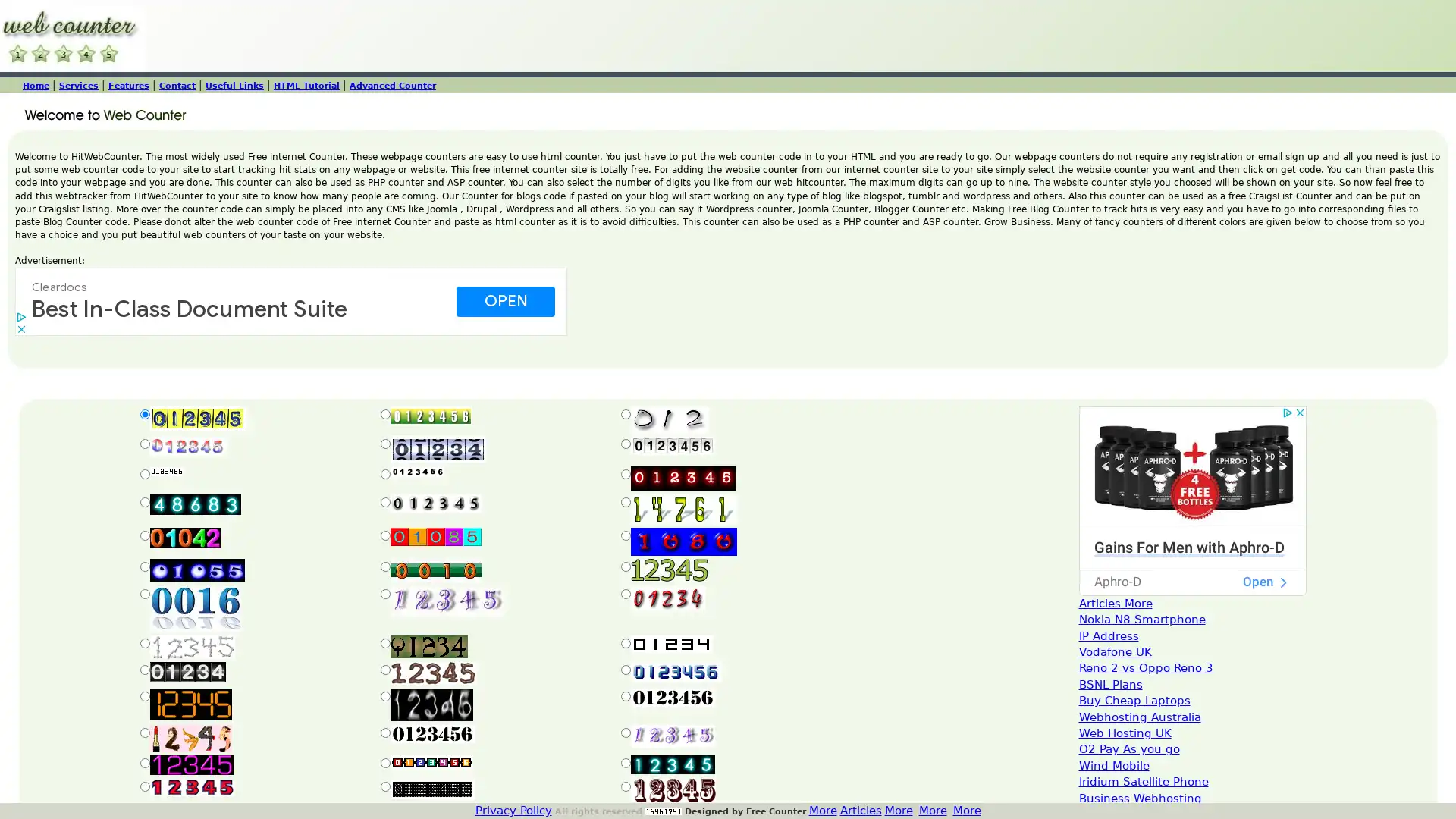  Describe the element at coordinates (668, 570) in the screenshot. I see `Submit` at that location.